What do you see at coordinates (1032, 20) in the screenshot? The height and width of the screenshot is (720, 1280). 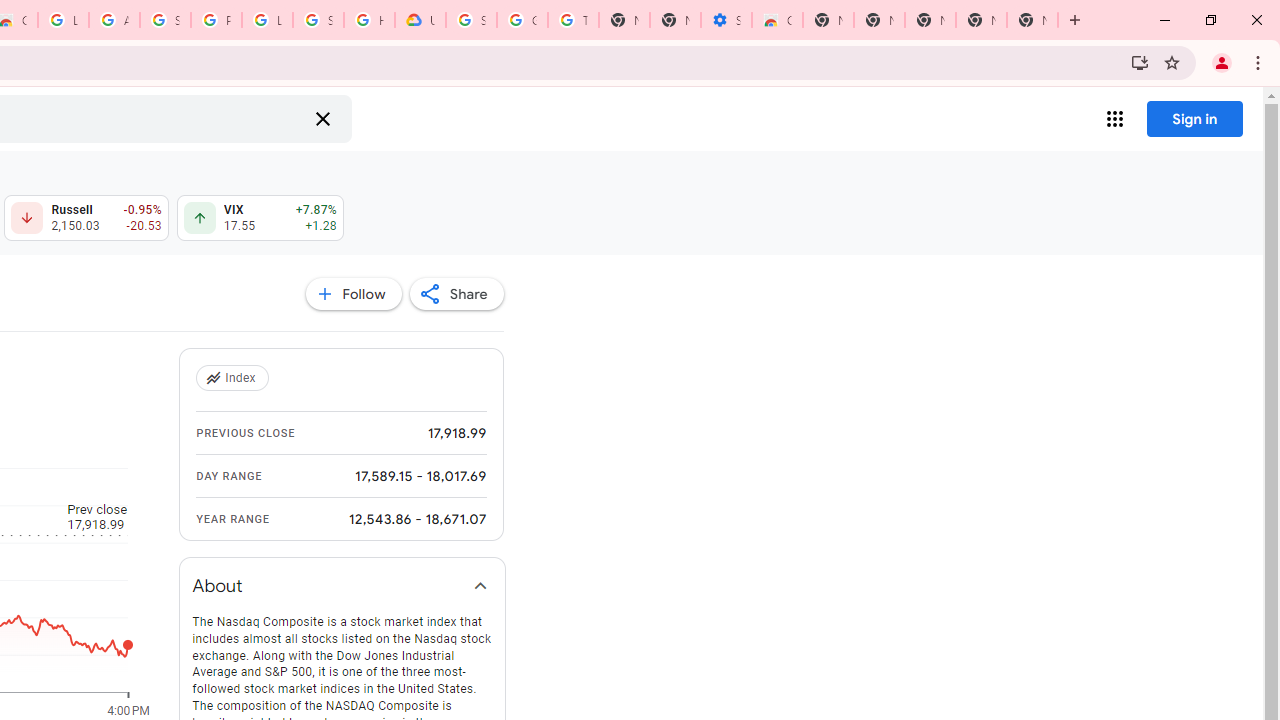 I see `'New Tab'` at bounding box center [1032, 20].